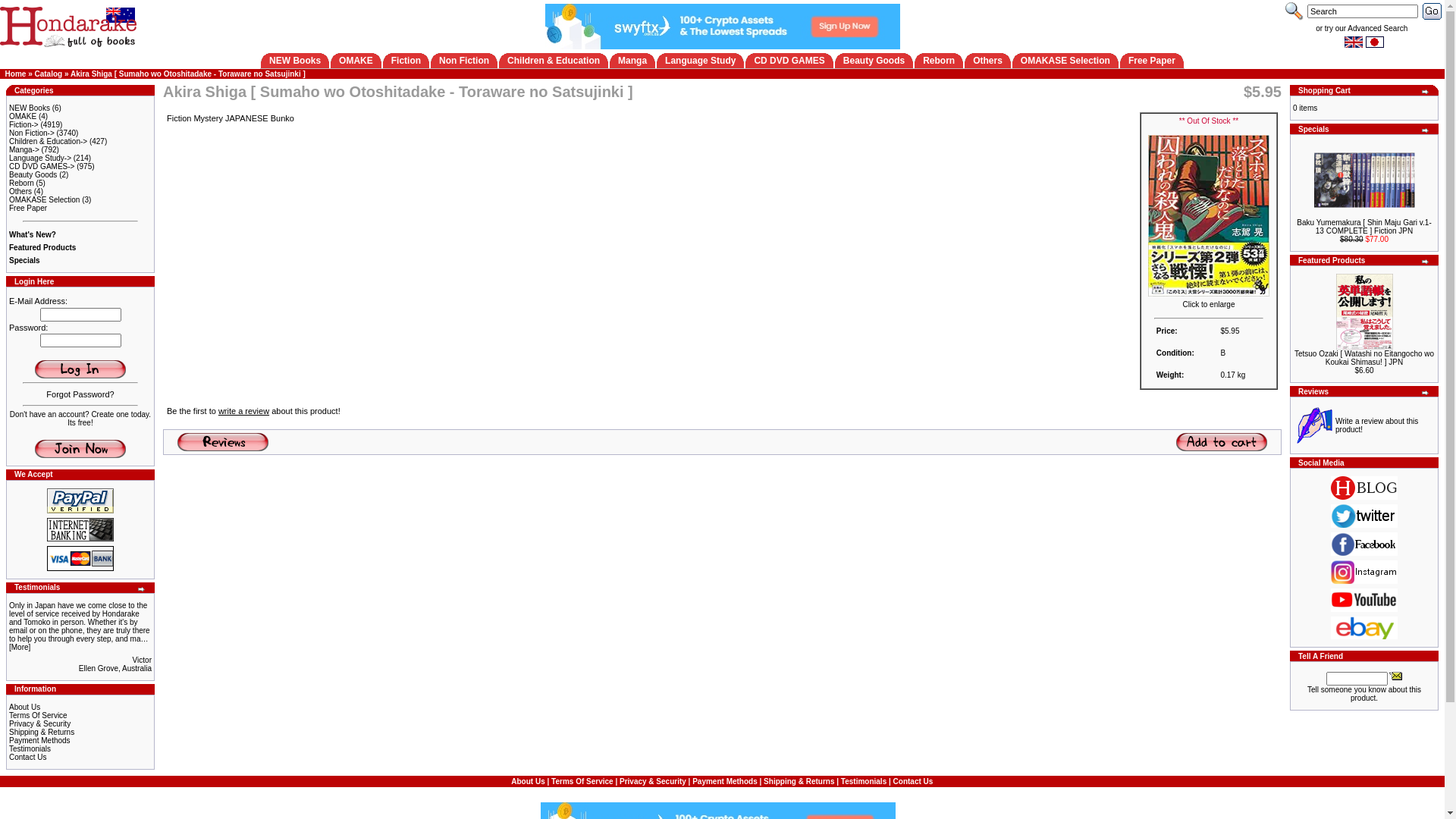  I want to click on 'Write a review about this product!', so click(1376, 425).